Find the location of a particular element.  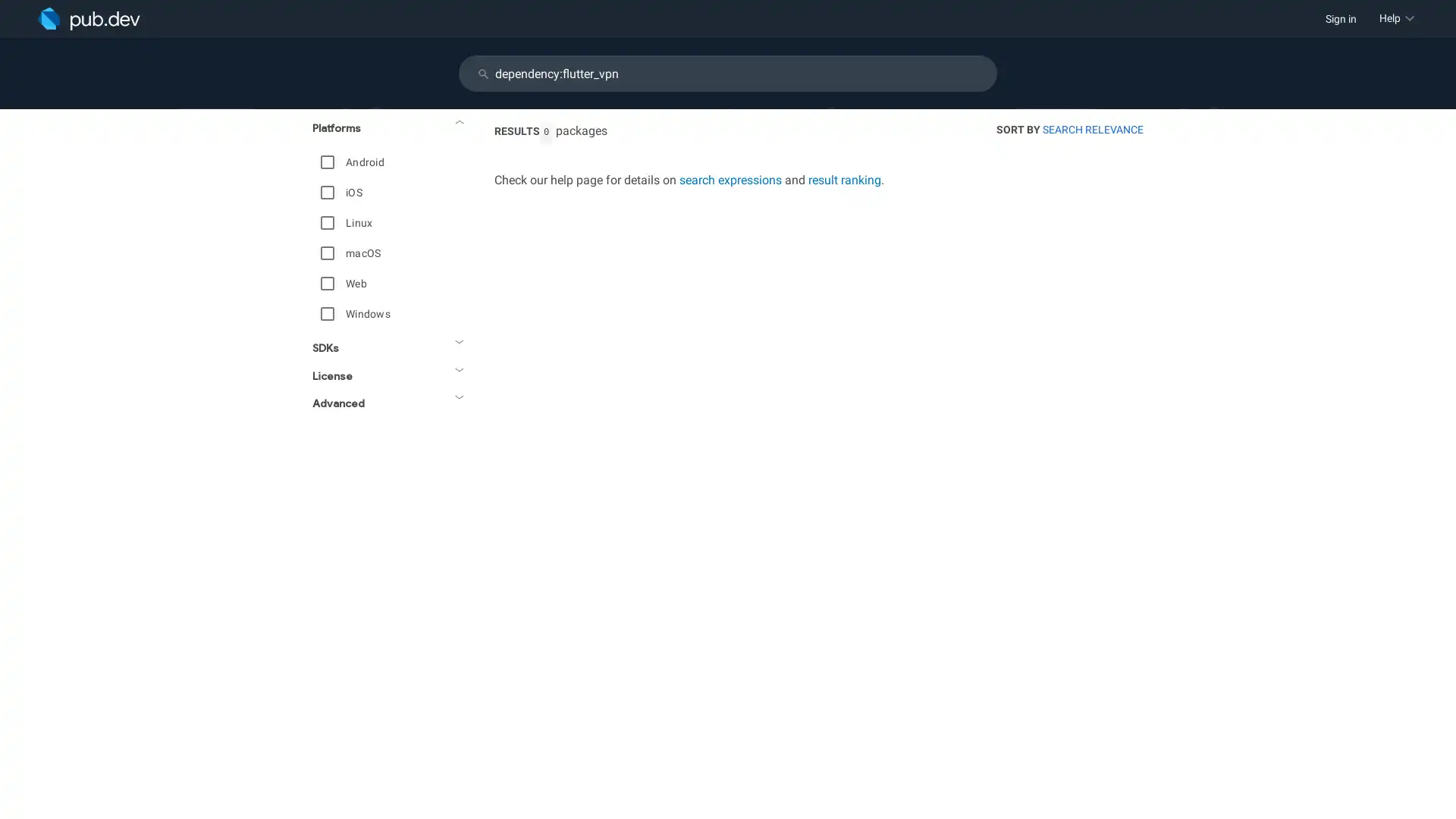

search is located at coordinates (482, 73).